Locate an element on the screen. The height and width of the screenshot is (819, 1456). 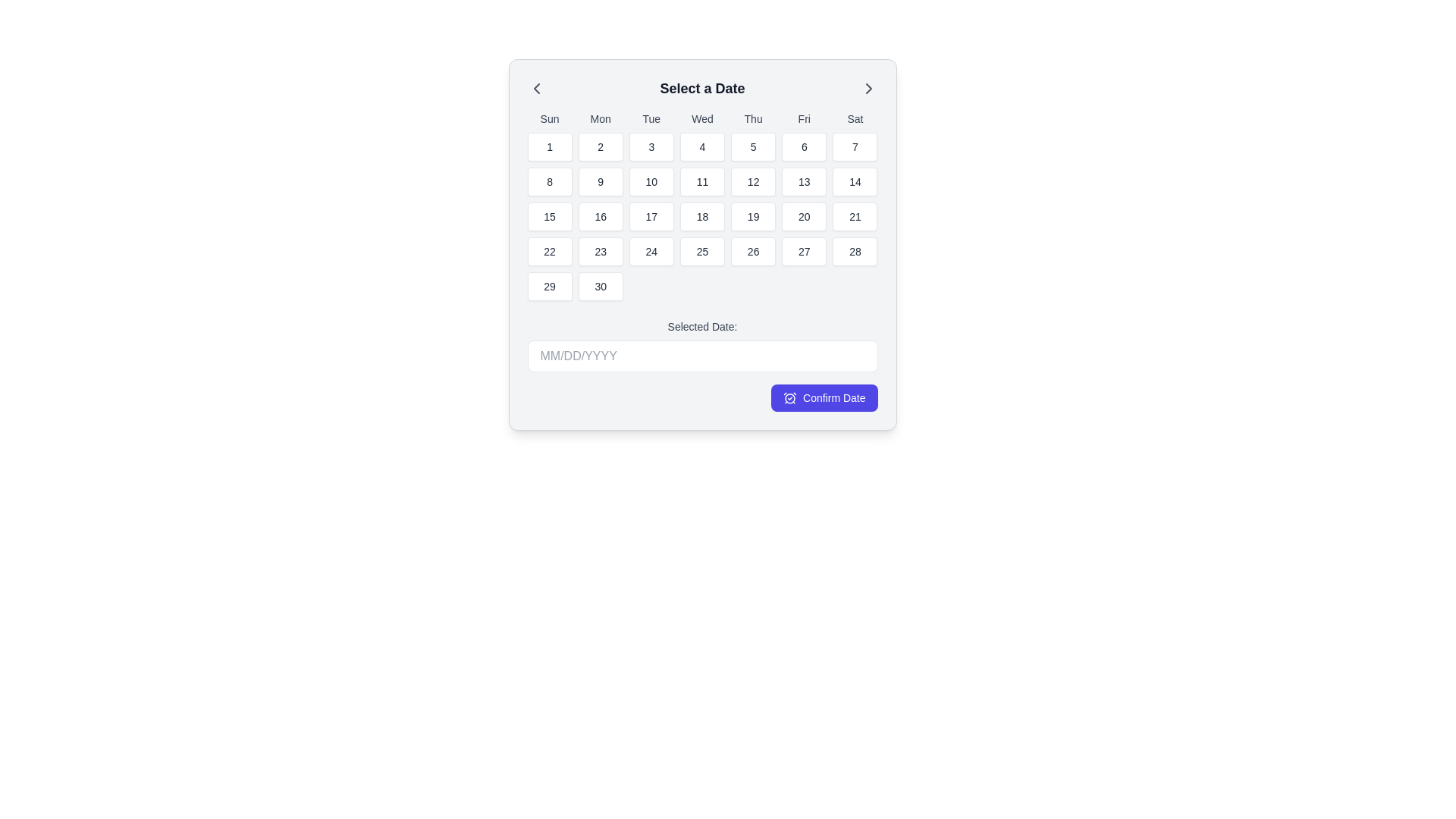
the left-pointing chevron navigation arrow located at the upper left of the calendar header is located at coordinates (536, 88).